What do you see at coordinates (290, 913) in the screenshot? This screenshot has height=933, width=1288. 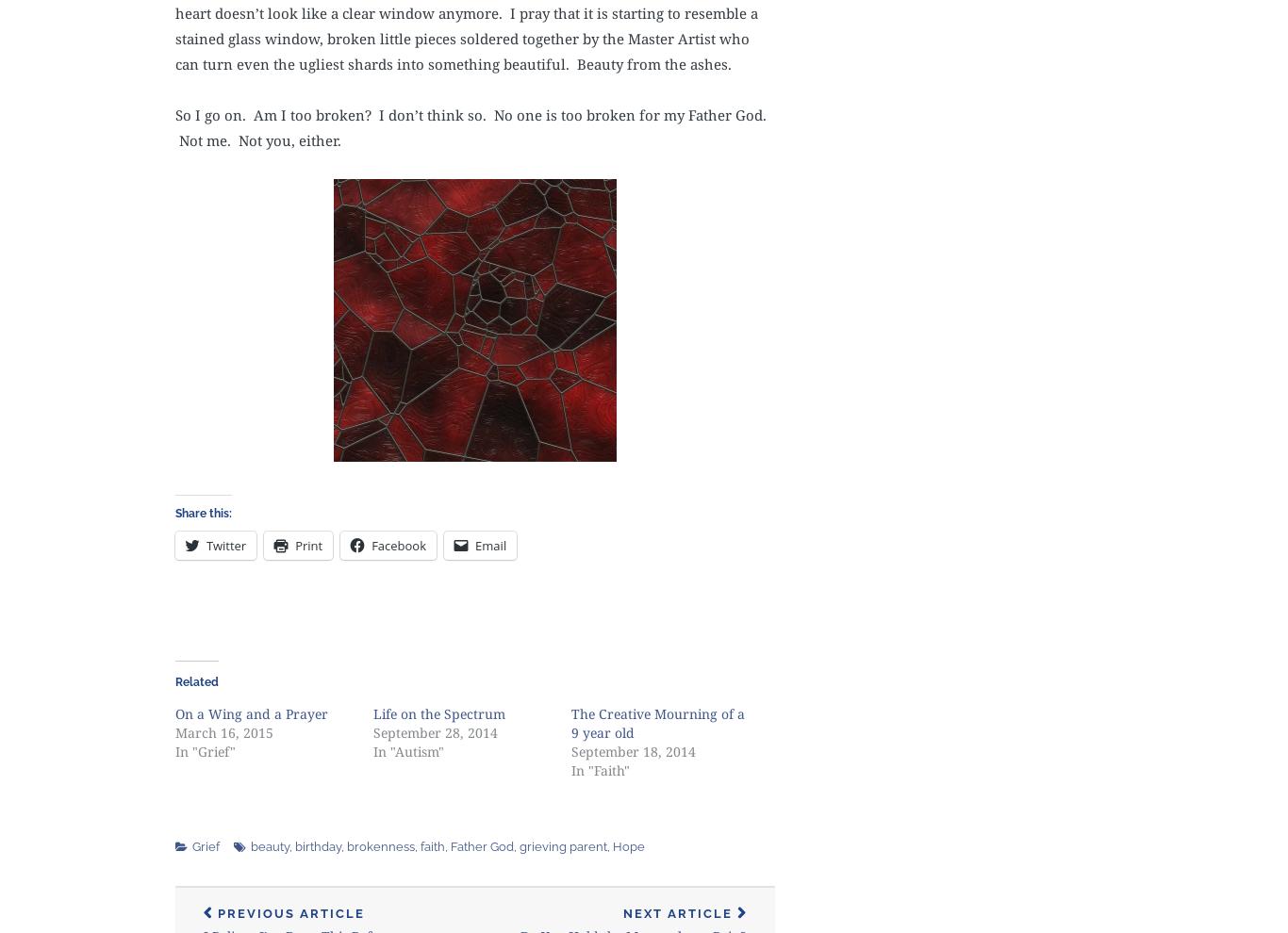 I see `'Previous Article'` at bounding box center [290, 913].